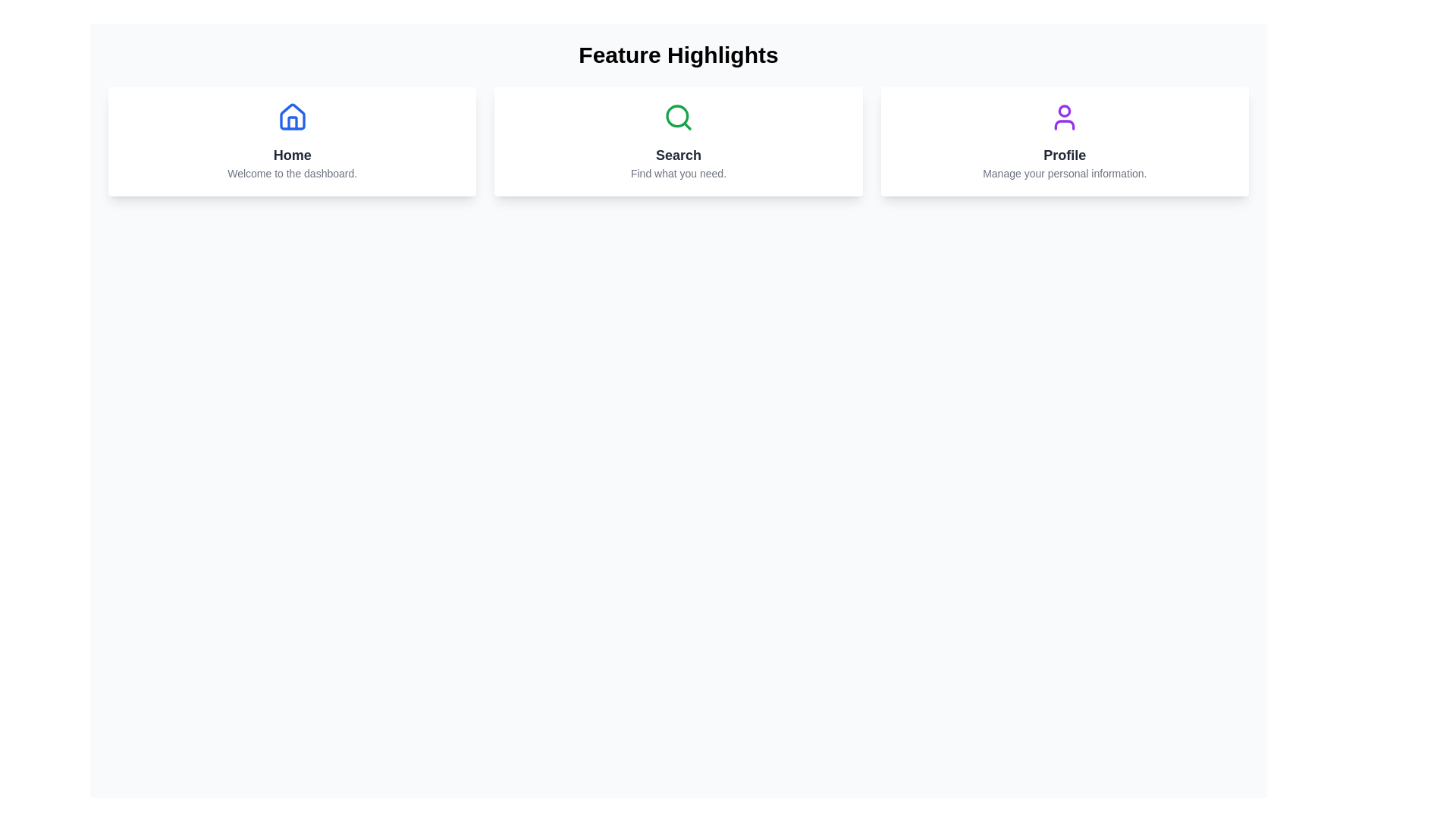 Image resolution: width=1456 pixels, height=819 pixels. I want to click on the search icon located in the center card of the group labeled 'Search', which is positioned below the heading 'Feature Highlights', so click(677, 116).